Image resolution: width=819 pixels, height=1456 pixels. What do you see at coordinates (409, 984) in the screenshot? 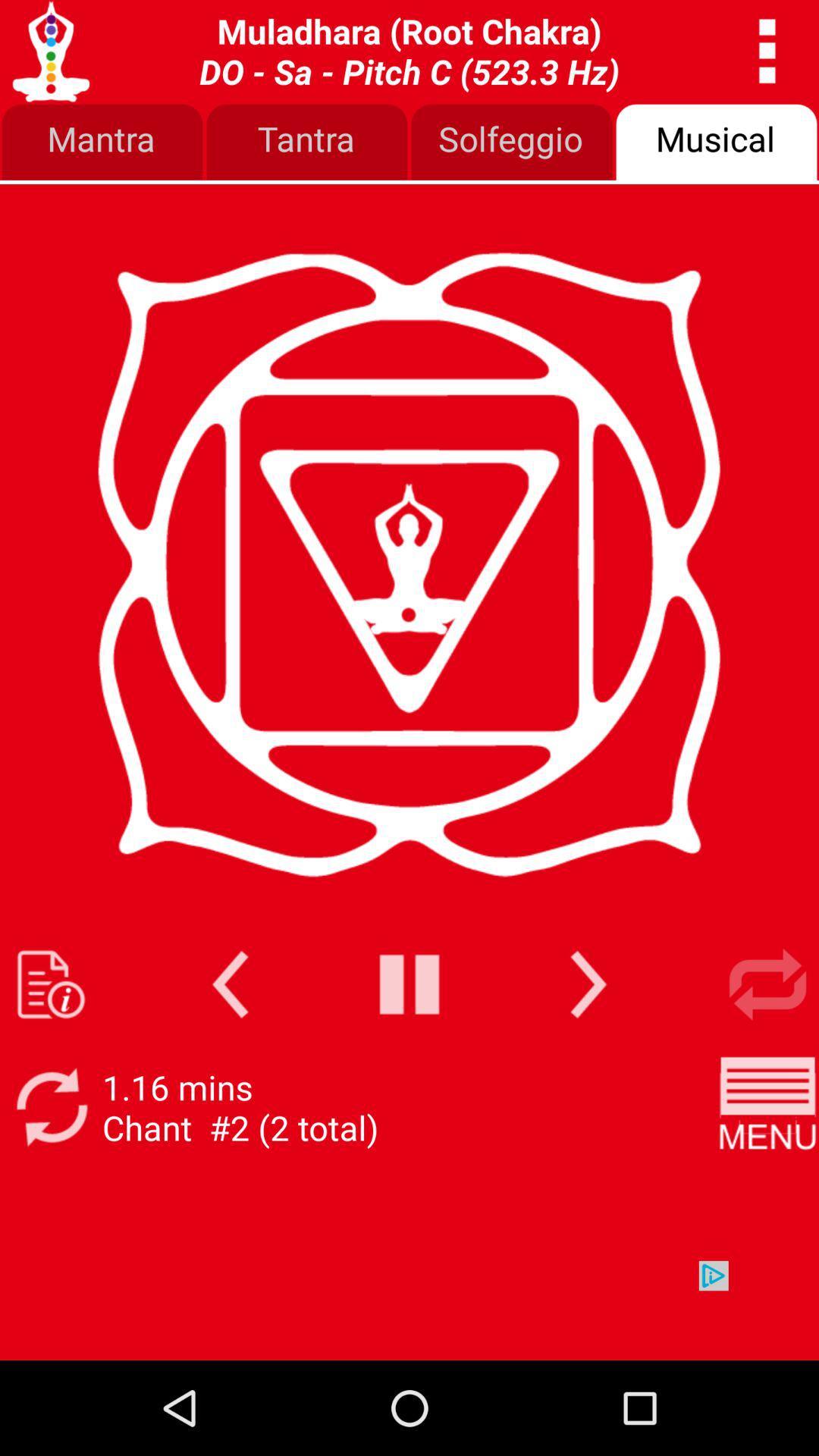
I see `pause` at bounding box center [409, 984].